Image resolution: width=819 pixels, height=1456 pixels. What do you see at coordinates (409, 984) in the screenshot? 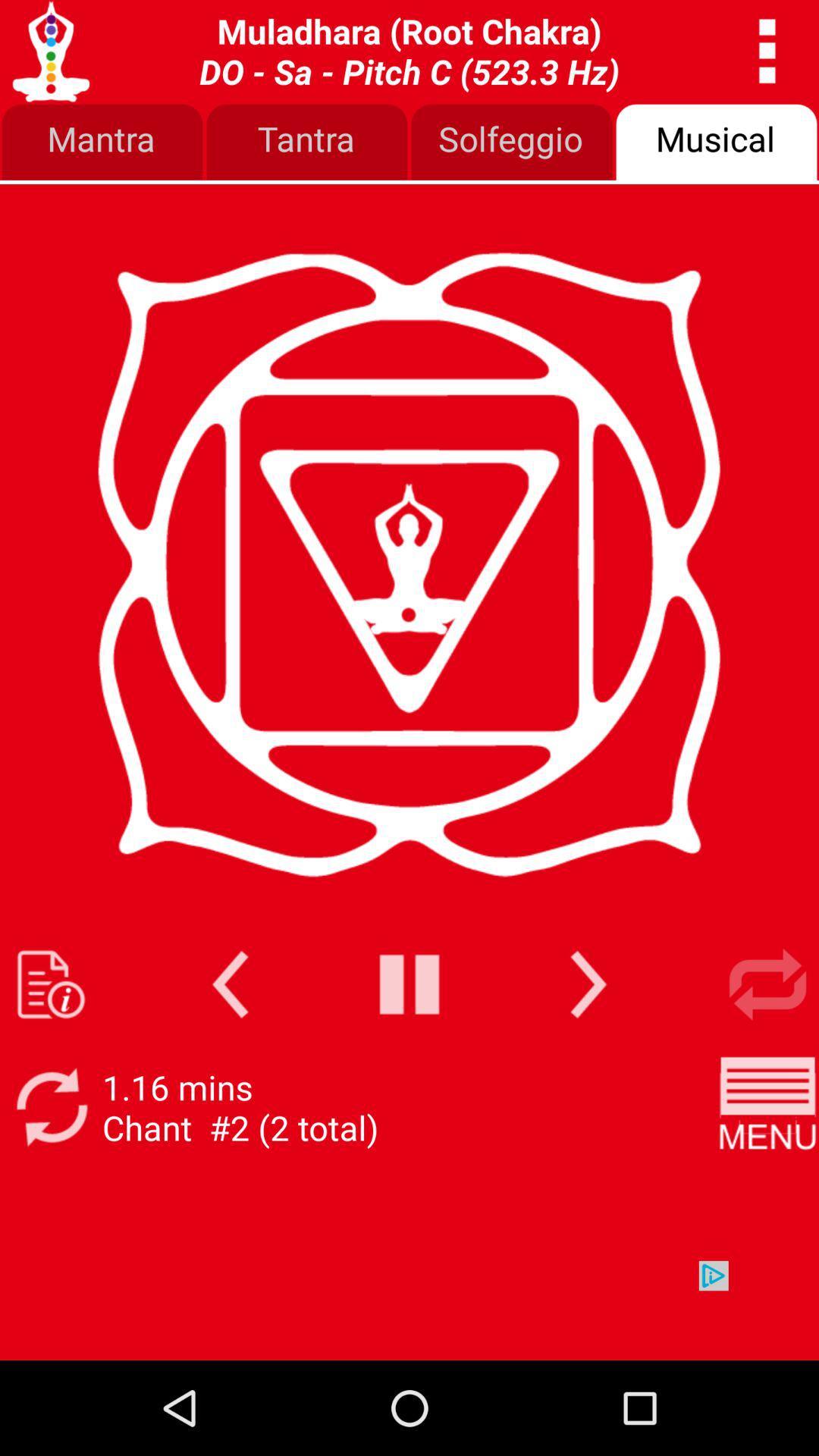
I see `pause` at bounding box center [409, 984].